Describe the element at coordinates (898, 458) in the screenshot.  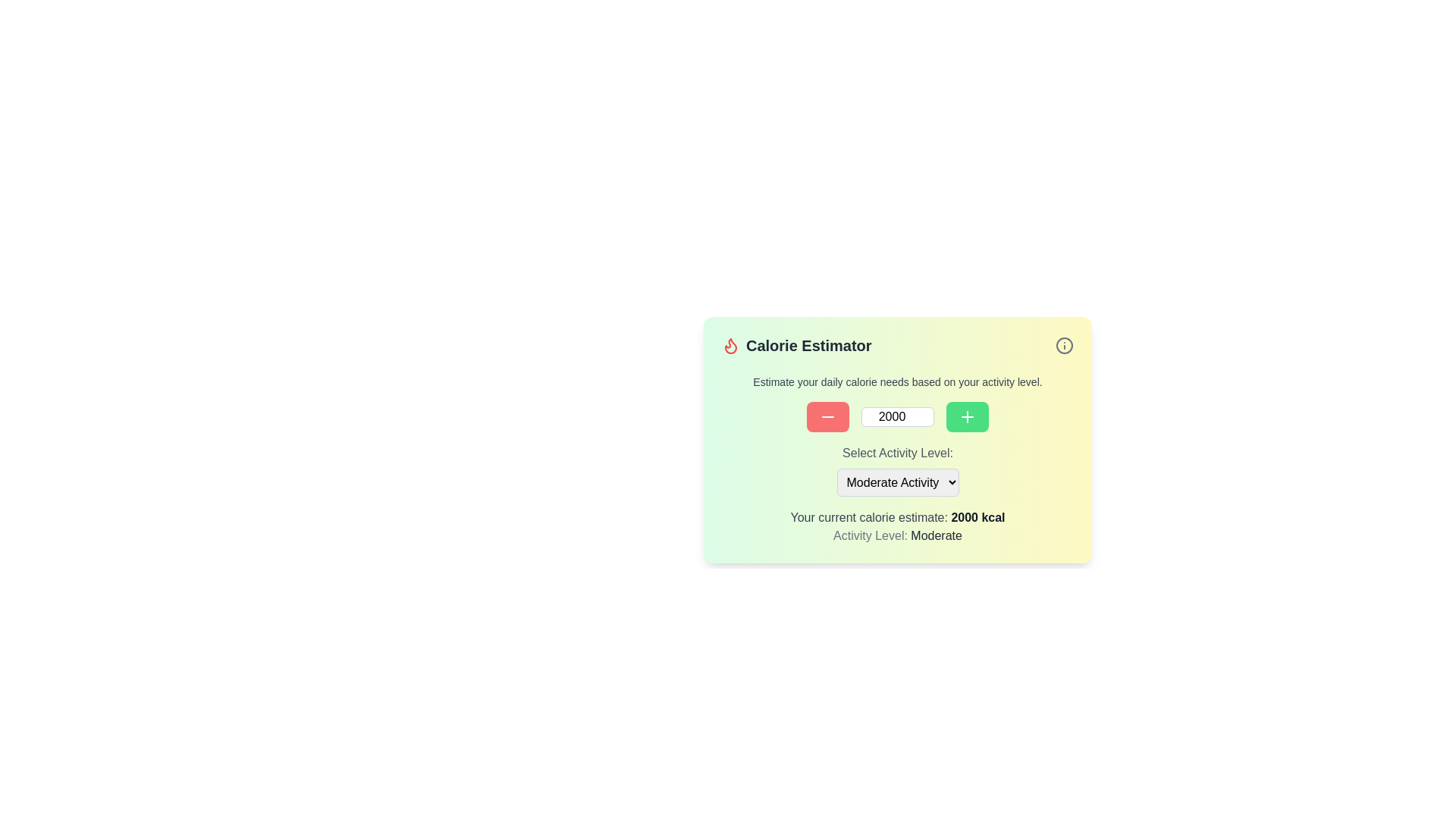
I see `options from the dropdown menu located in the Calorie Estimator section of the interface, which features interactive components for calorie estimate settings` at that location.